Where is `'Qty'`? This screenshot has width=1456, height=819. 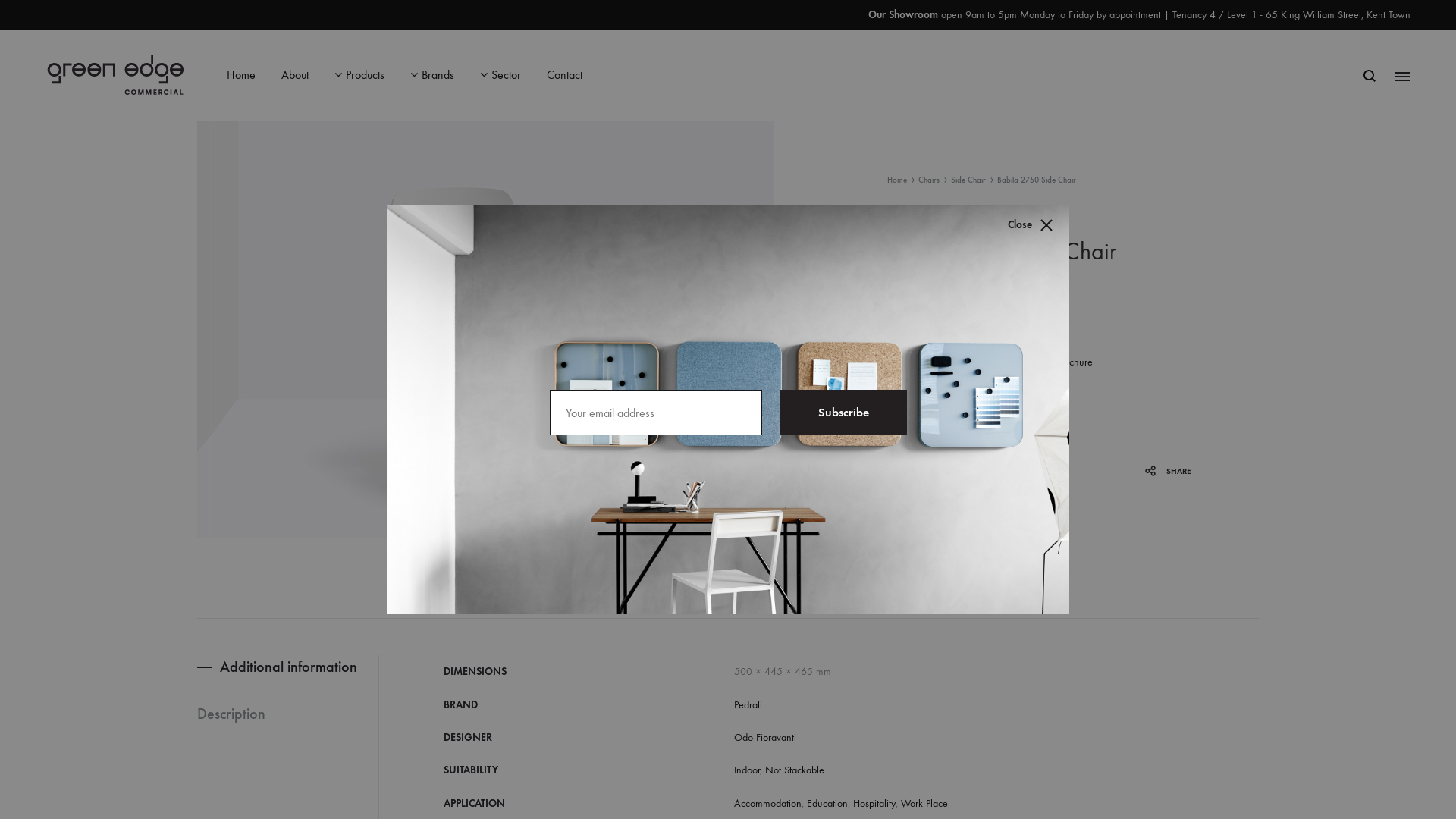 'Qty' is located at coordinates (937, 413).